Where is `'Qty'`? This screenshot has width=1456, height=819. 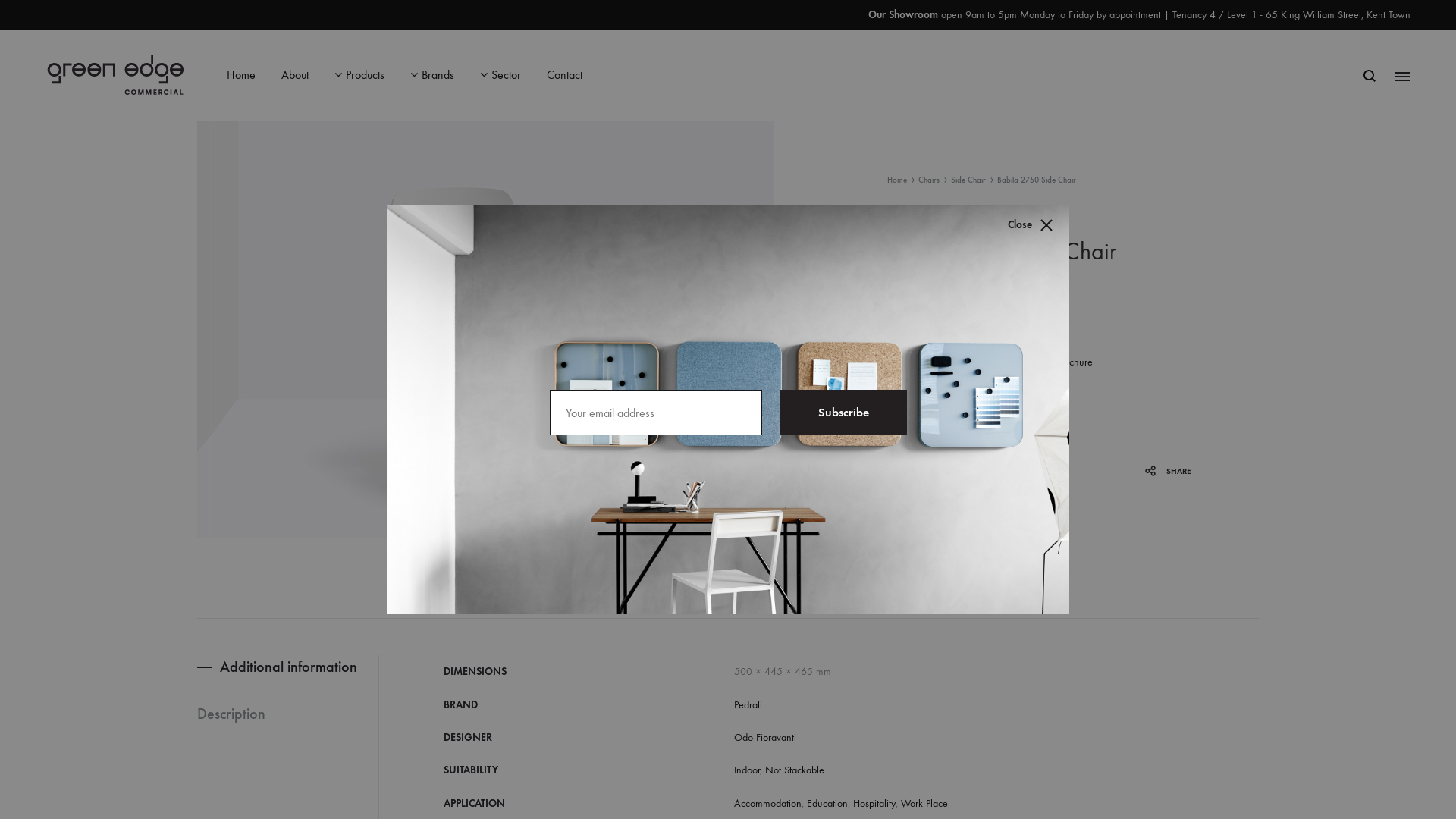 'Qty' is located at coordinates (937, 413).